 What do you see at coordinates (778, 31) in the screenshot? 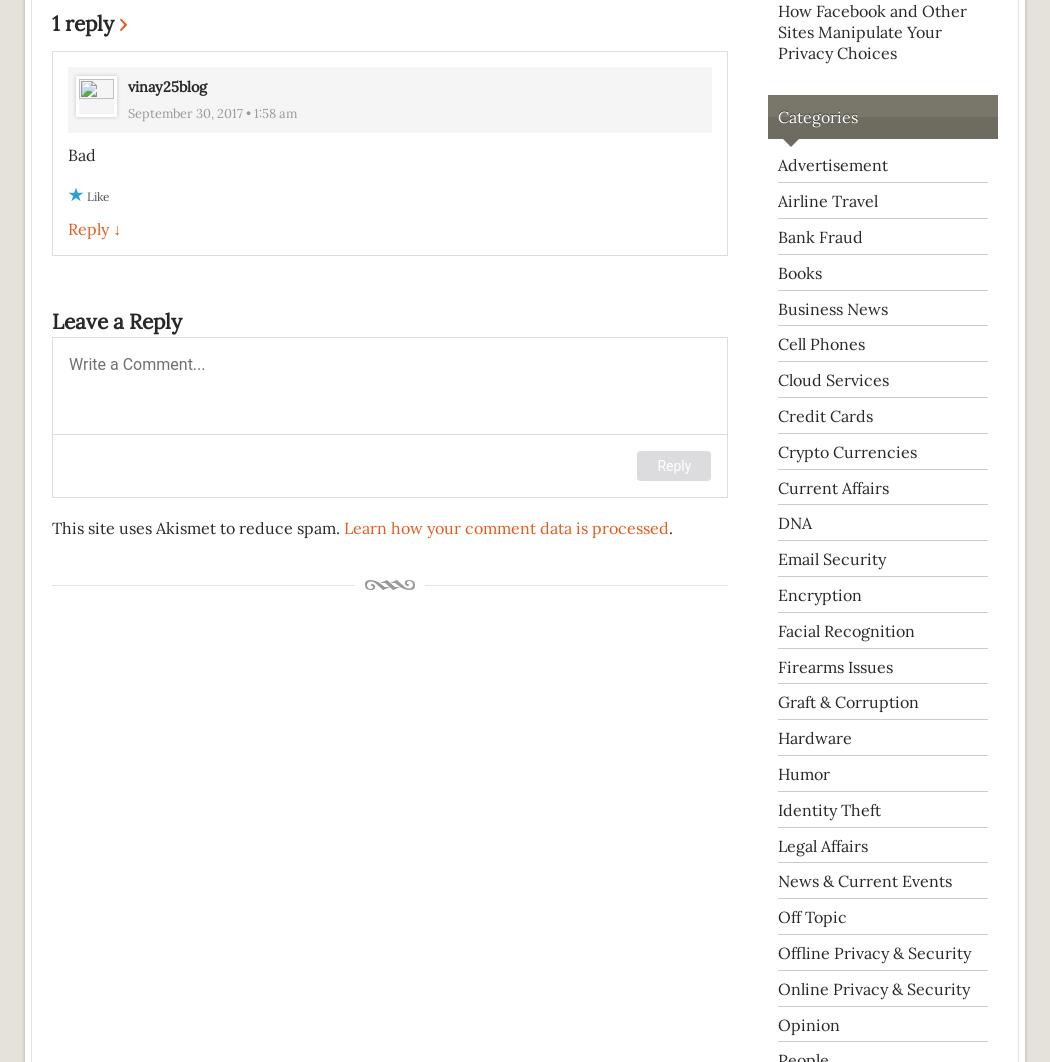
I see `'How Facebook and Other Sites Manipulate Your Privacy Choices'` at bounding box center [778, 31].